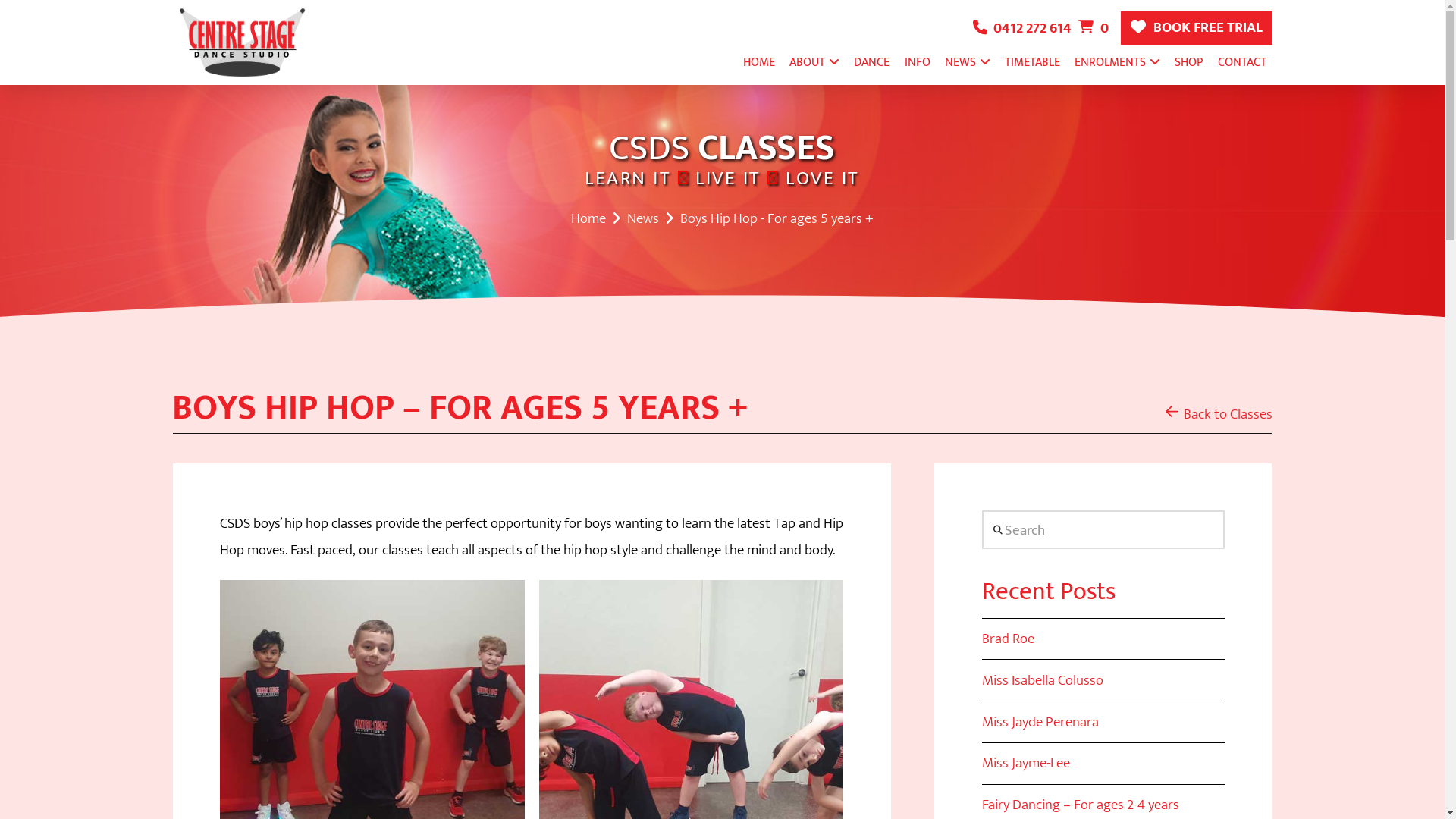 This screenshot has width=1456, height=819. What do you see at coordinates (967, 61) in the screenshot?
I see `'NEWS'` at bounding box center [967, 61].